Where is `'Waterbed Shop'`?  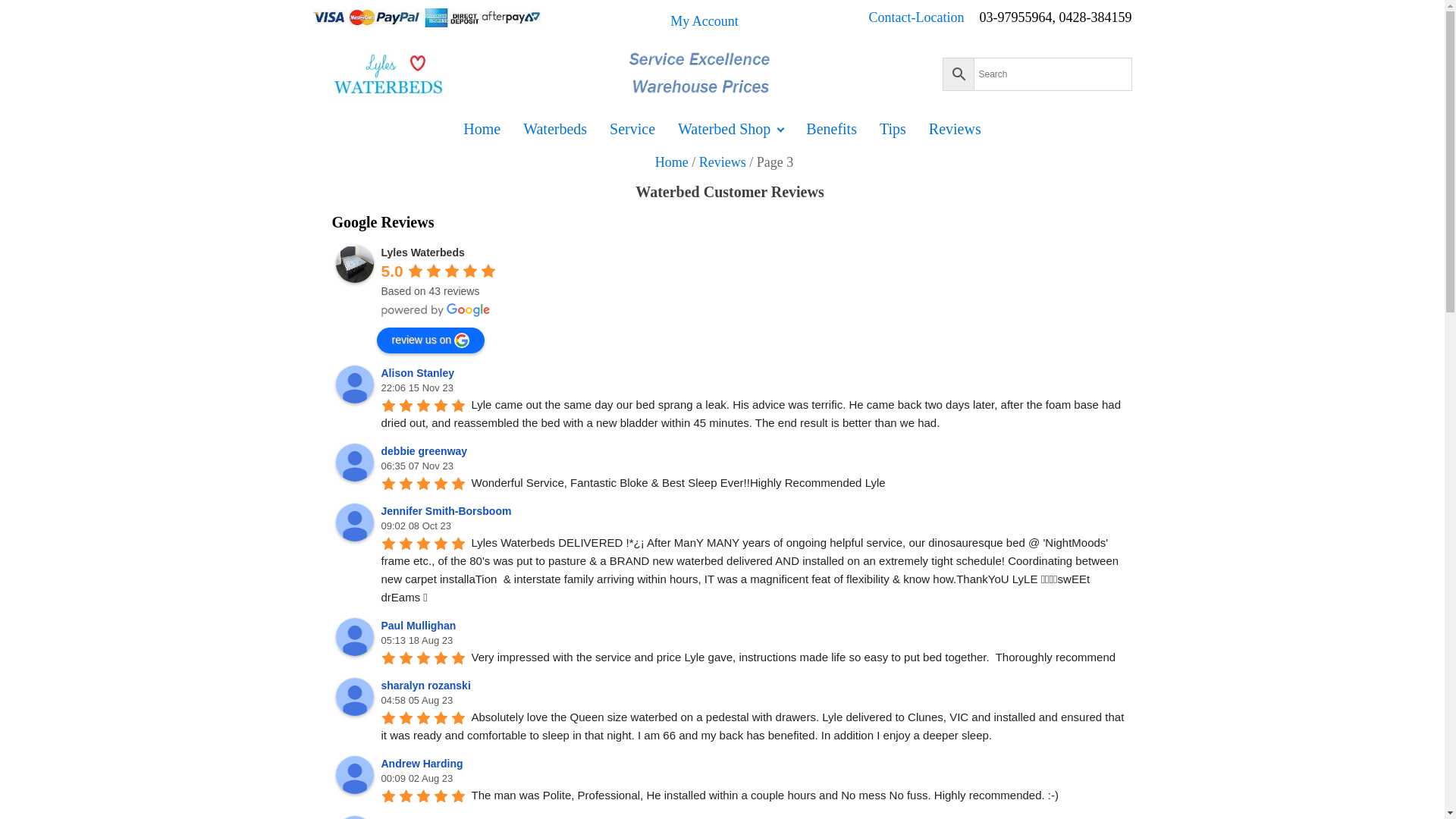
'Waterbed Shop' is located at coordinates (666, 127).